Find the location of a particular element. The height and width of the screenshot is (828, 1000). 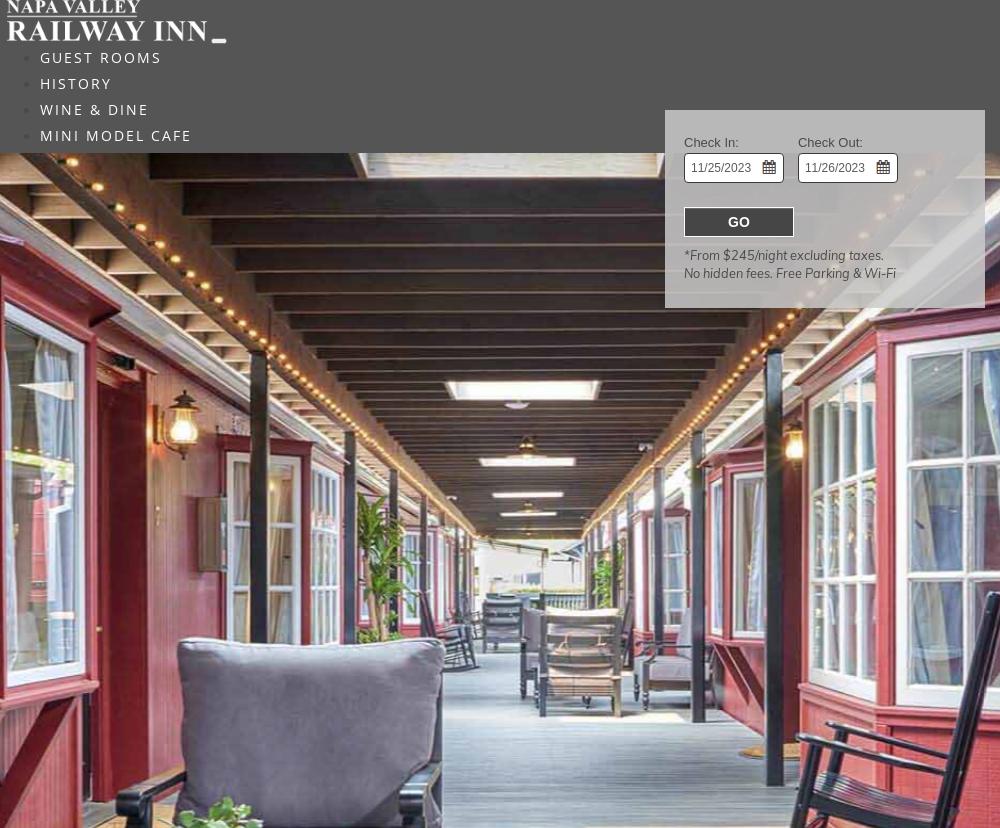

'Go' is located at coordinates (737, 221).